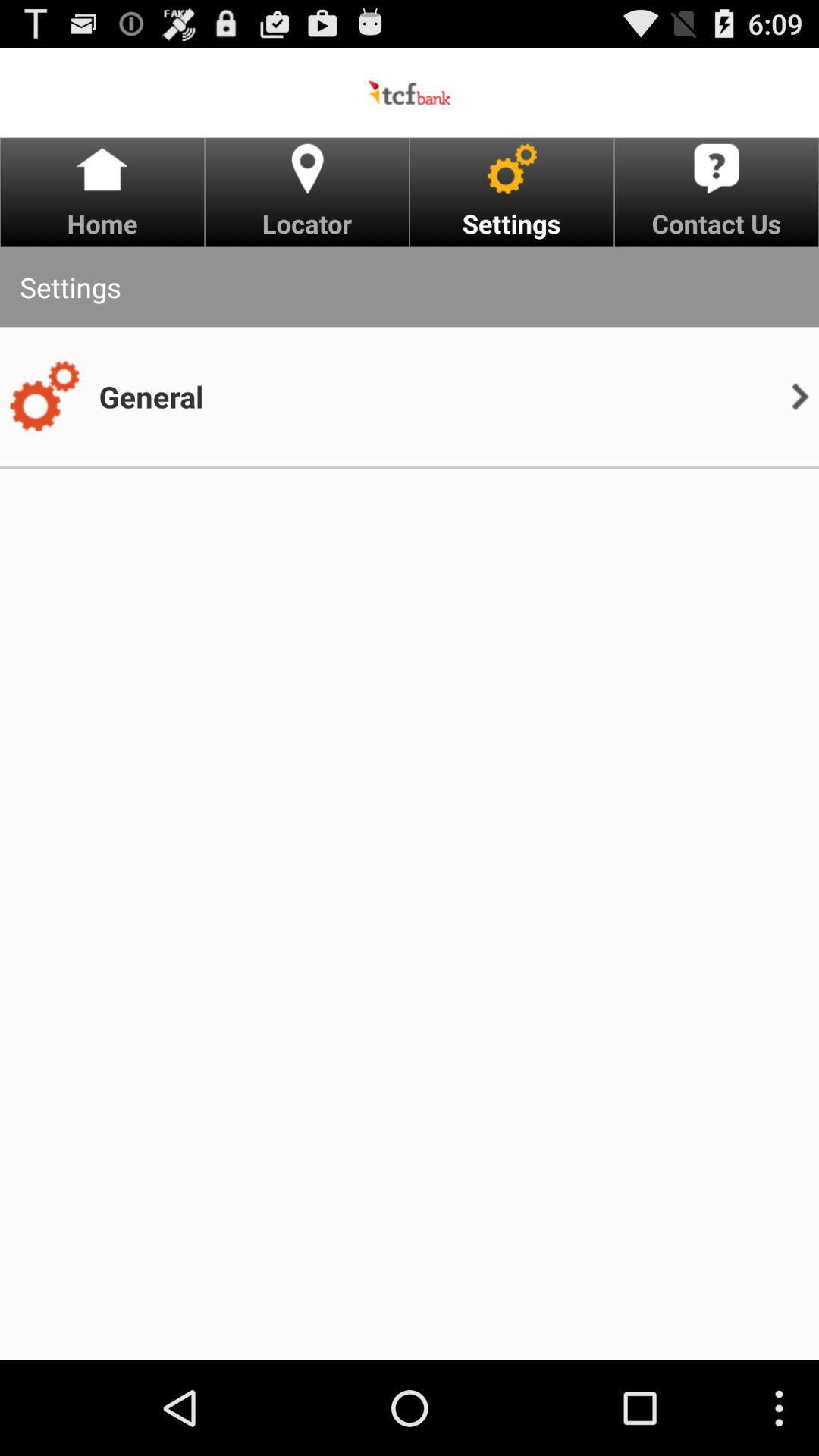 This screenshot has height=1456, width=819. What do you see at coordinates (43, 397) in the screenshot?
I see `item to the left of general icon` at bounding box center [43, 397].